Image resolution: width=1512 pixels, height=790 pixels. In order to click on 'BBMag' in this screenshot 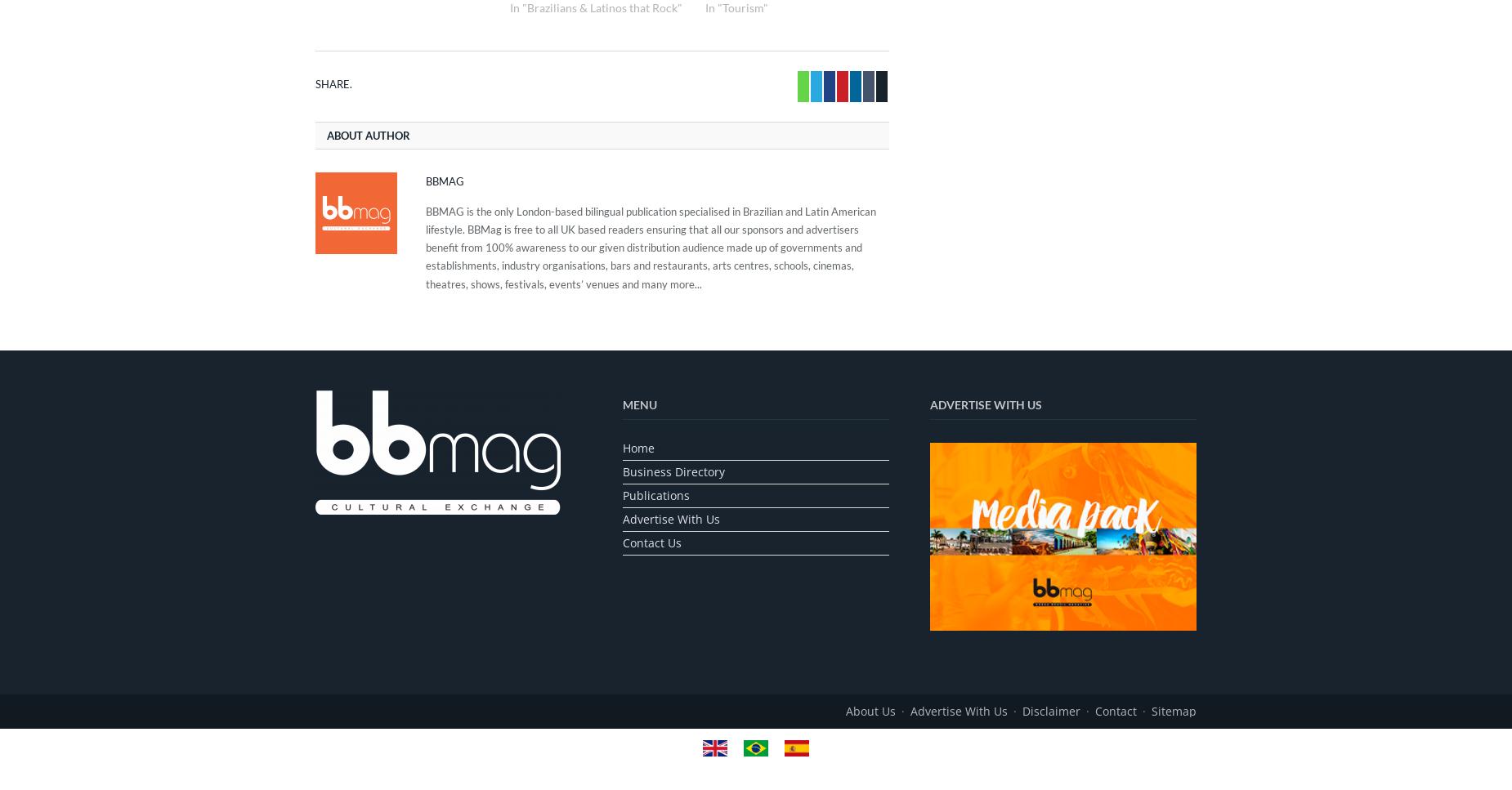, I will do `click(445, 181)`.